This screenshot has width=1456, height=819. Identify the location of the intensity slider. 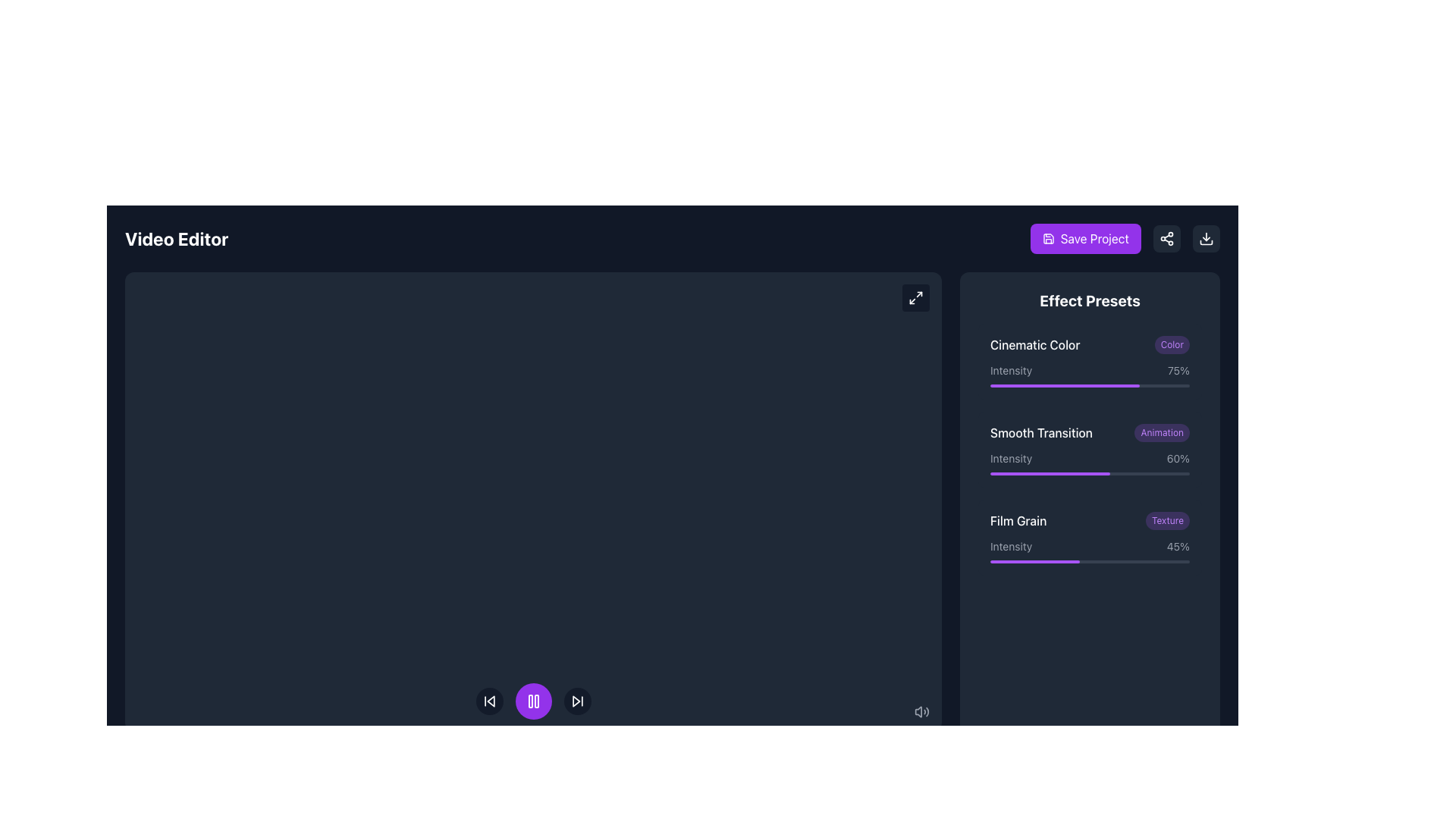
(1079, 561).